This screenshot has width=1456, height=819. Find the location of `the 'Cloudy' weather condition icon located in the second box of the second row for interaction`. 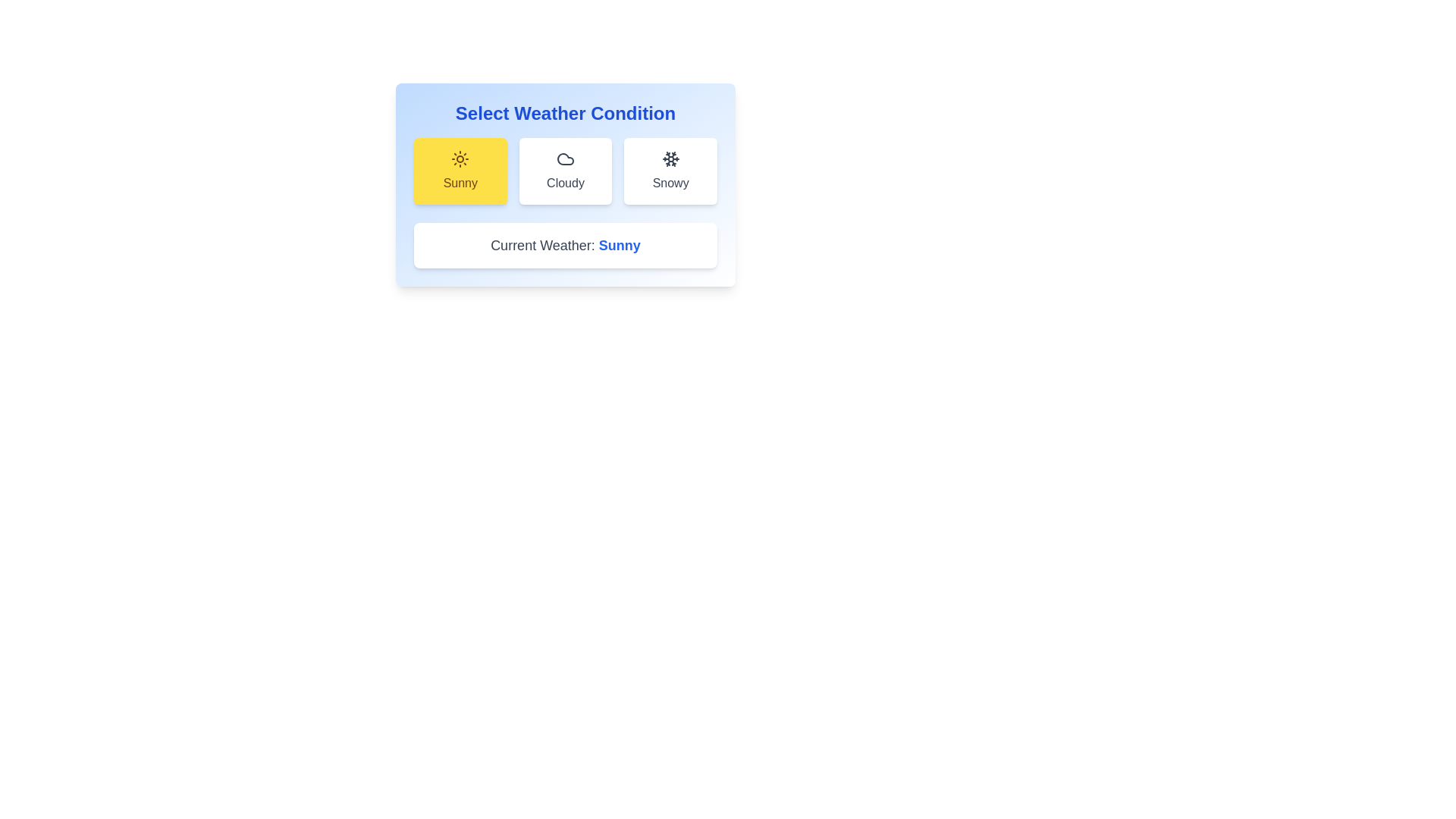

the 'Cloudy' weather condition icon located in the second box of the second row for interaction is located at coordinates (564, 158).